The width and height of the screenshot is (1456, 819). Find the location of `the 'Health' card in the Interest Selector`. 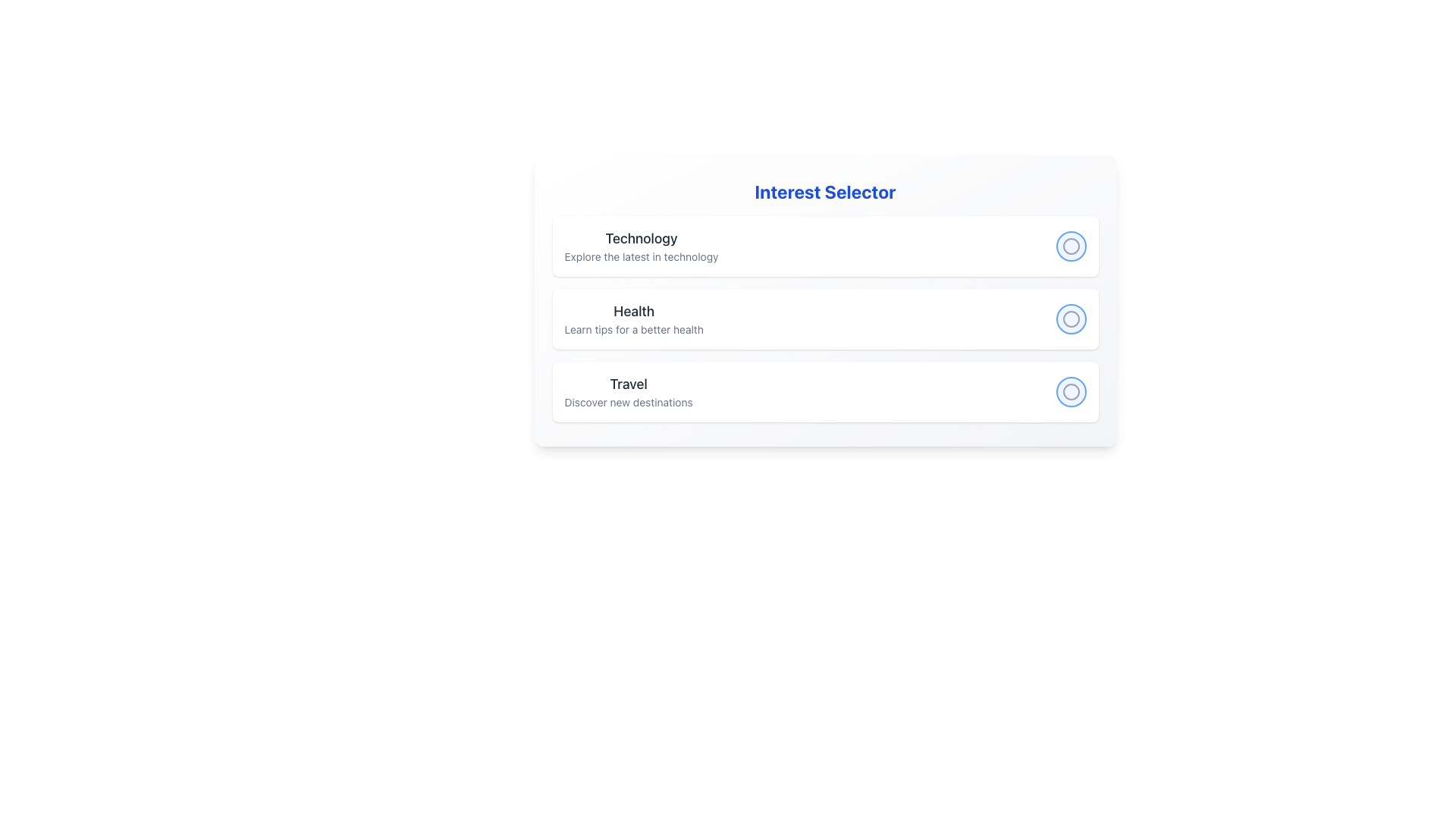

the 'Health' card in the Interest Selector is located at coordinates (824, 318).